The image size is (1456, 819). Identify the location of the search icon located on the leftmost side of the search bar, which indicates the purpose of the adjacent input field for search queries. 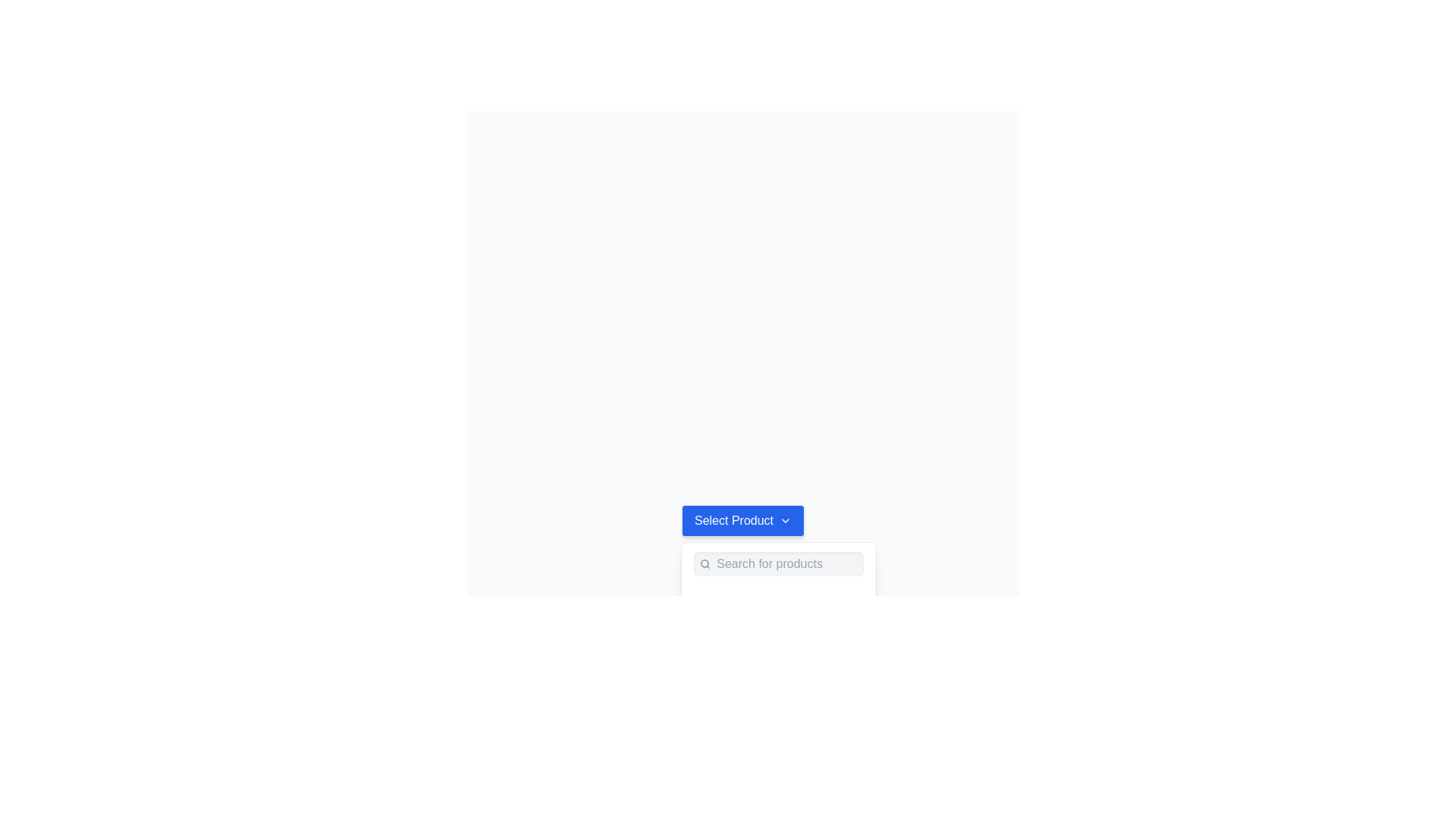
(704, 564).